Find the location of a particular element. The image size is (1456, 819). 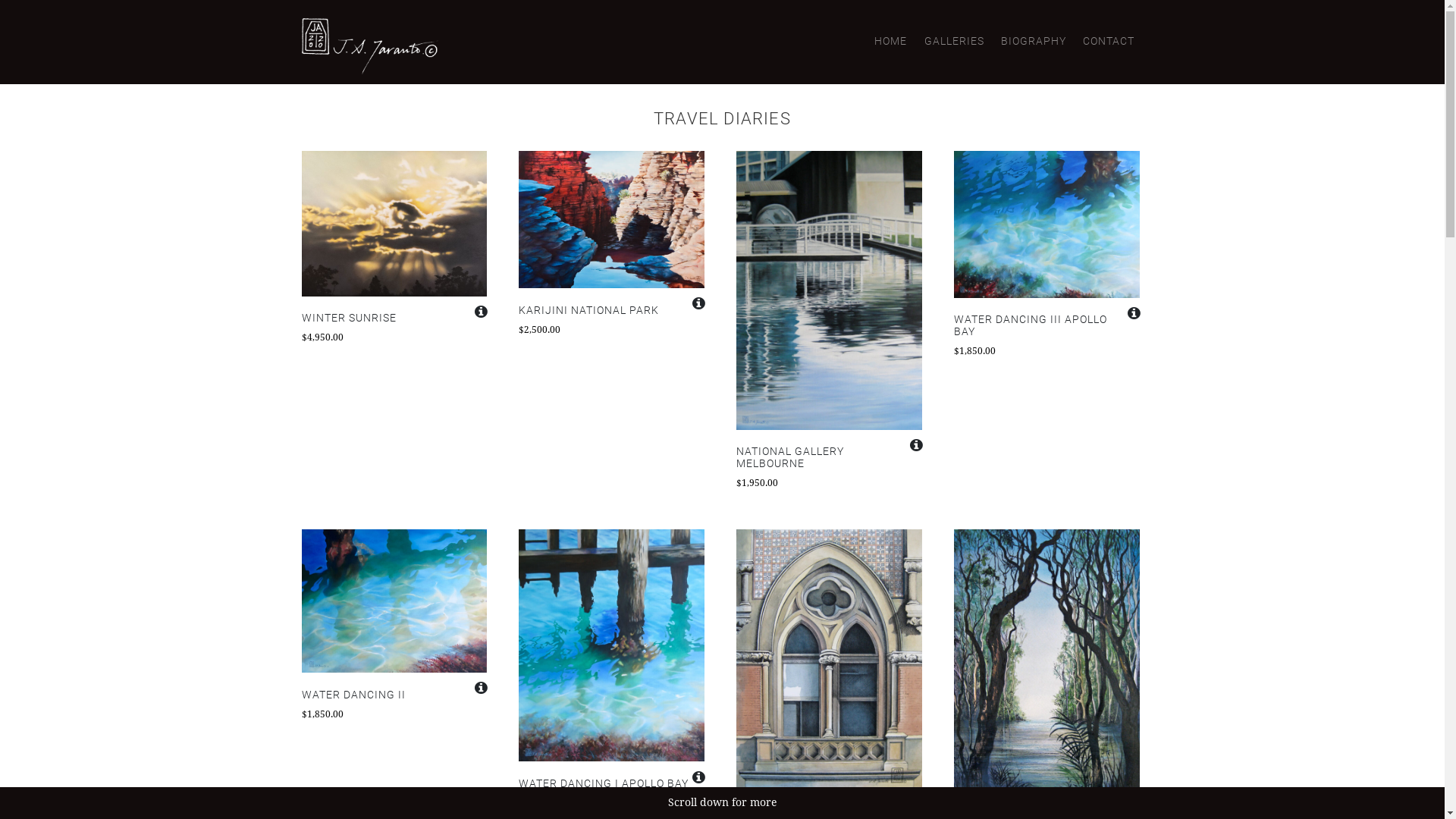

'HOME' is located at coordinates (890, 40).